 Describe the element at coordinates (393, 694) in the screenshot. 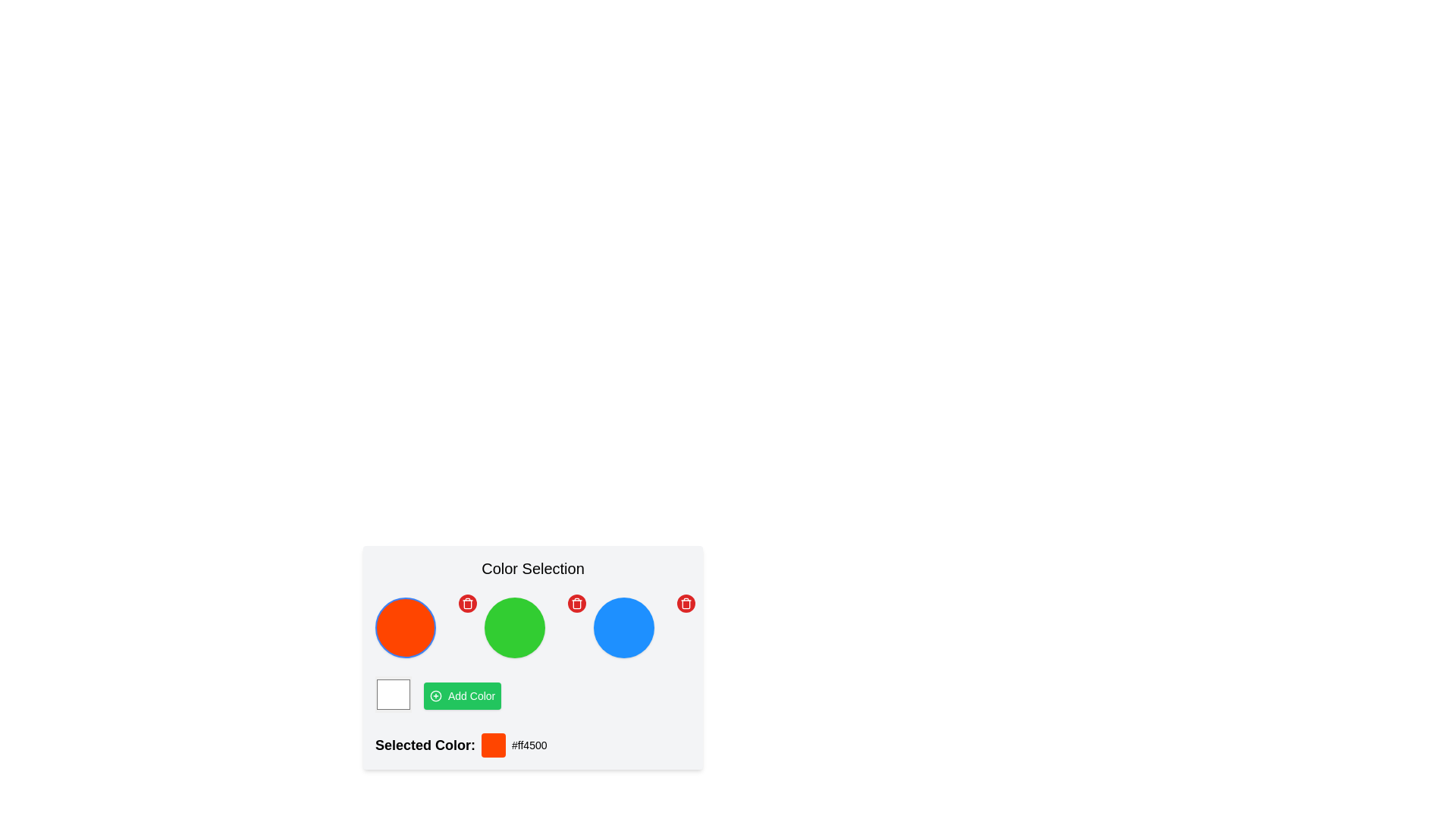

I see `the white color selection button located in the bottom-left corner of the 'Color Selection' panel` at that location.